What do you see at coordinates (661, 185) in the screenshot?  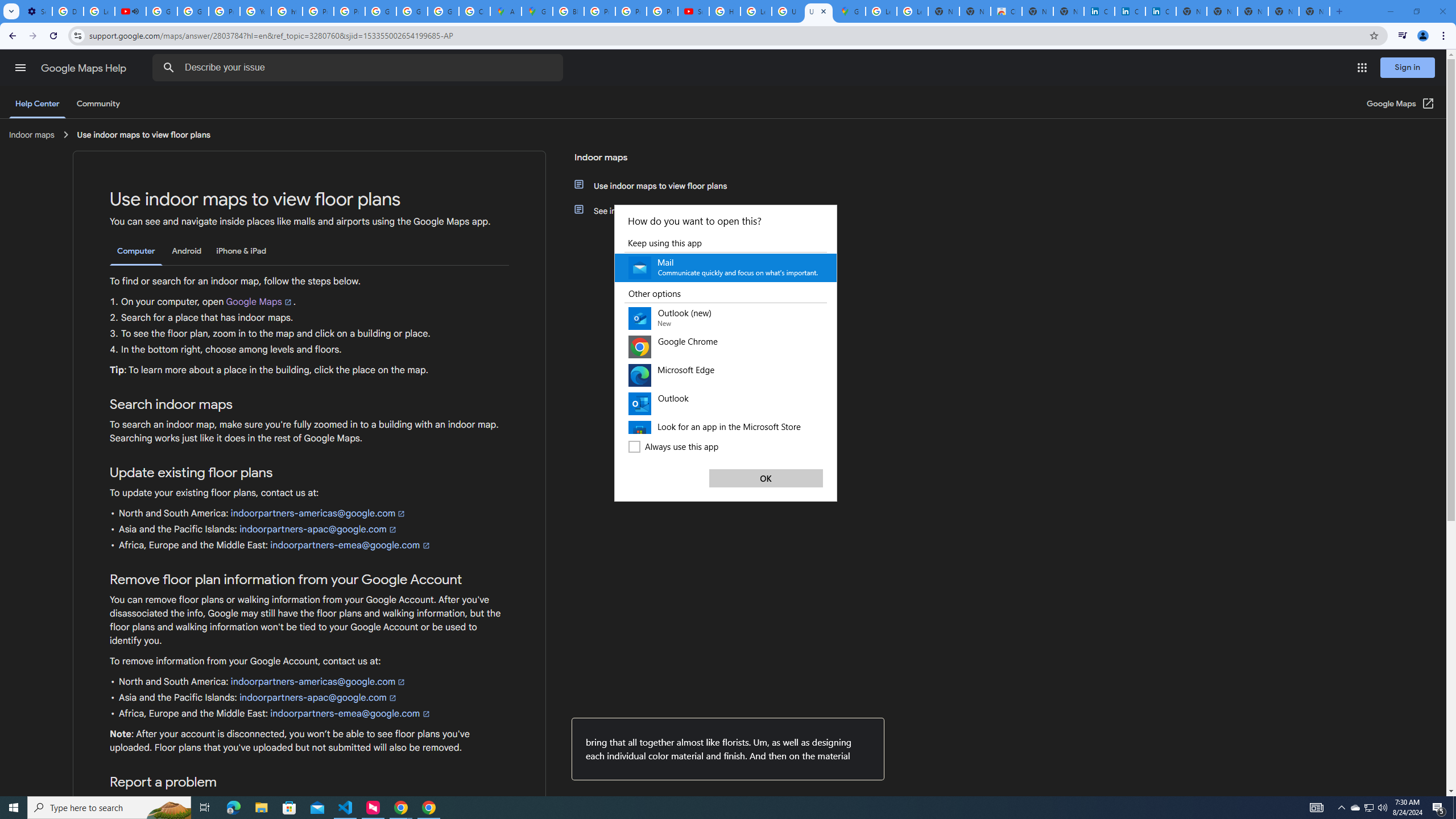 I see `'Use indoor maps to view floor plans'` at bounding box center [661, 185].